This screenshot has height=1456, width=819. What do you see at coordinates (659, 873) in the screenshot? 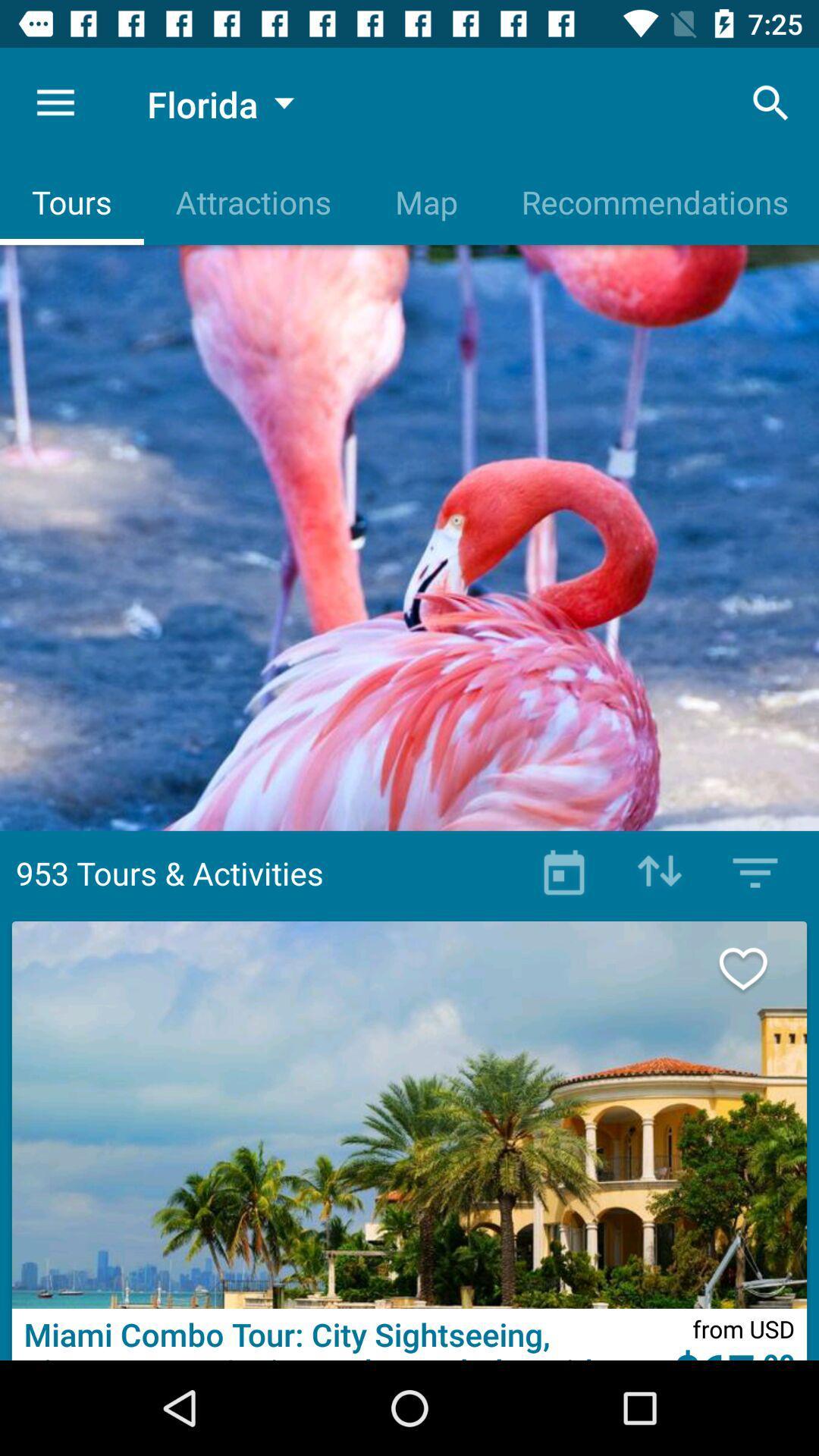
I see `move the button` at bounding box center [659, 873].